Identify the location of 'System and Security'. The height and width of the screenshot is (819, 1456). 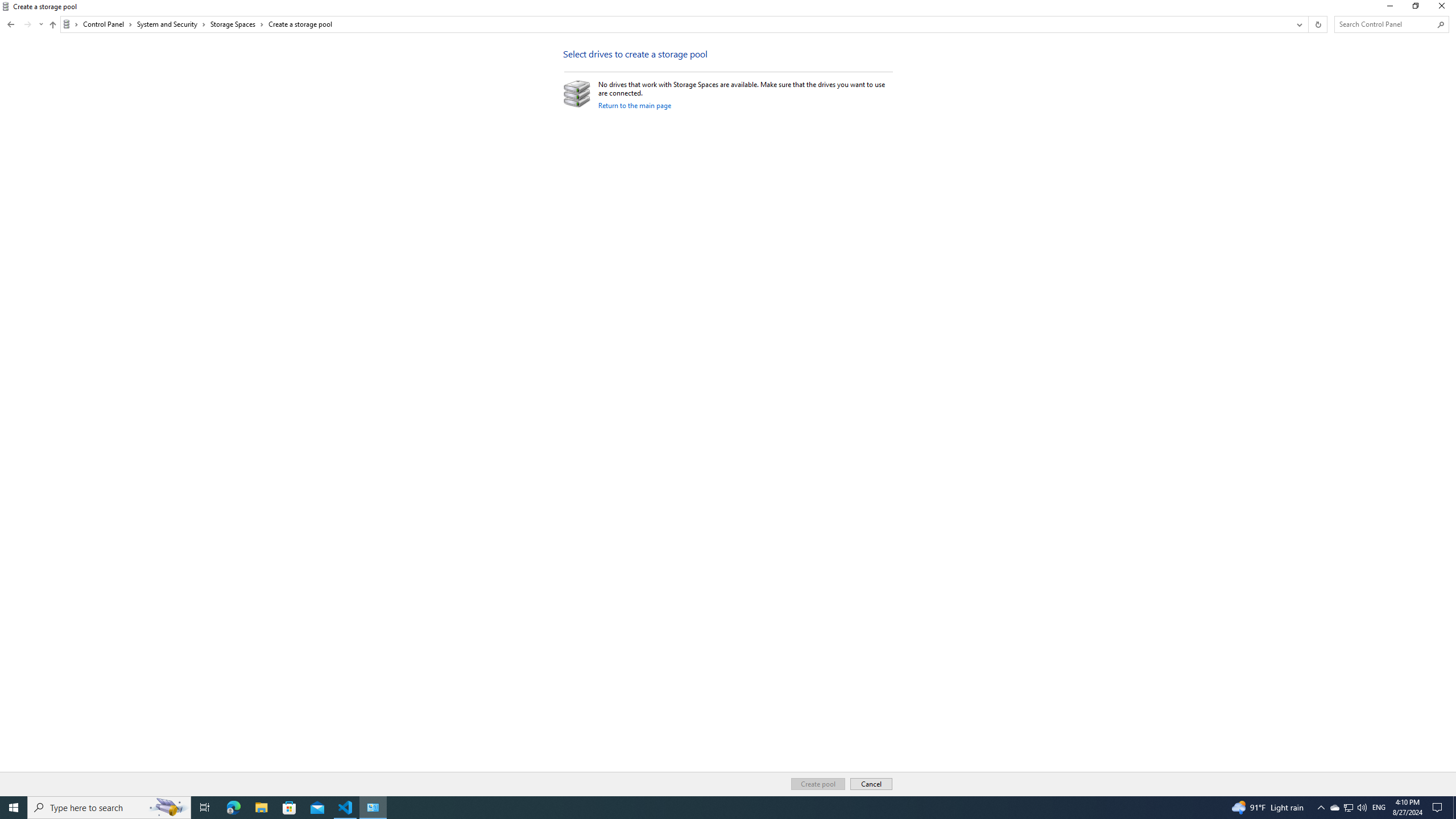
(171, 24).